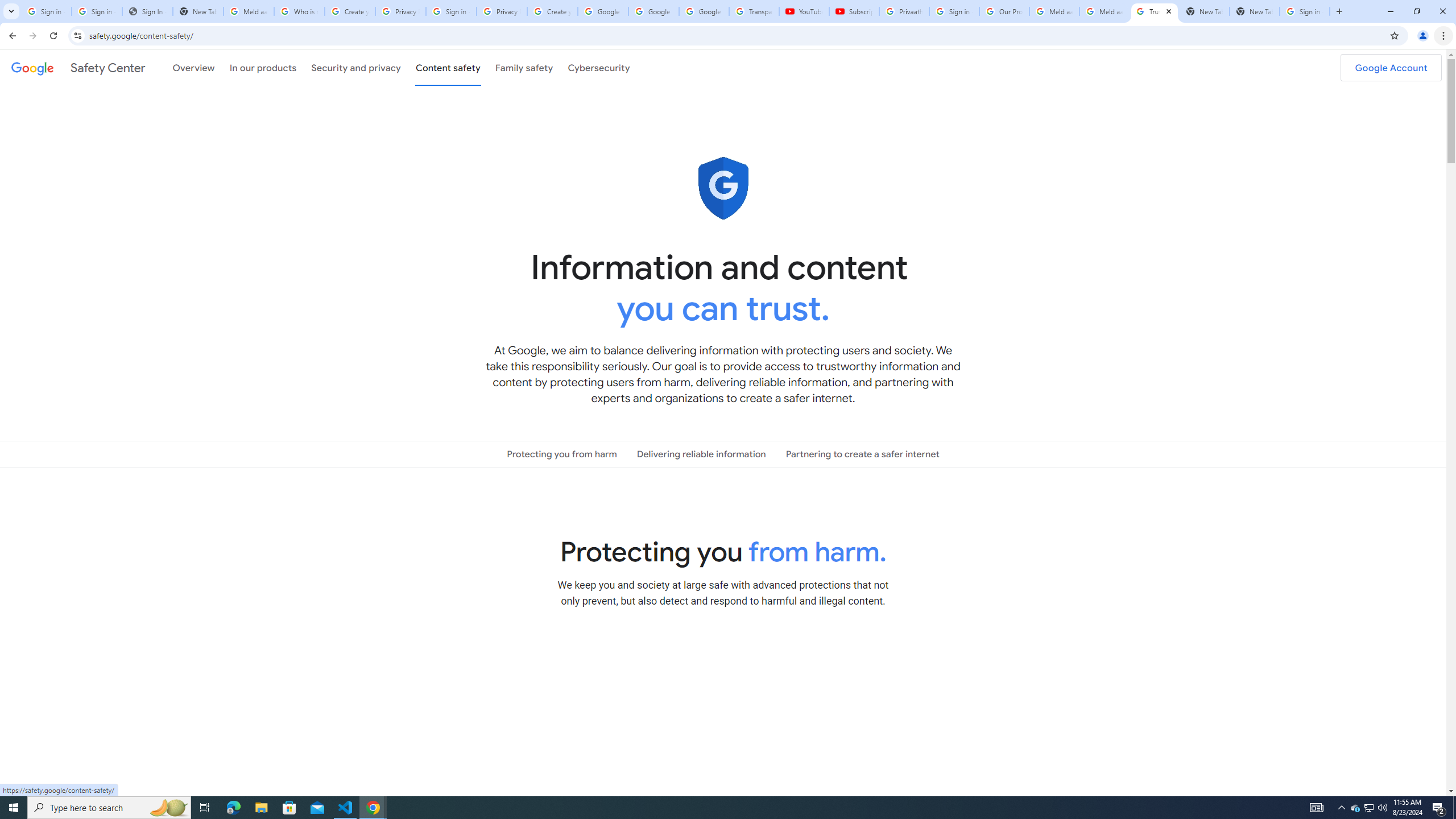 This screenshot has height=819, width=1456. I want to click on 'YouTube', so click(804, 11).